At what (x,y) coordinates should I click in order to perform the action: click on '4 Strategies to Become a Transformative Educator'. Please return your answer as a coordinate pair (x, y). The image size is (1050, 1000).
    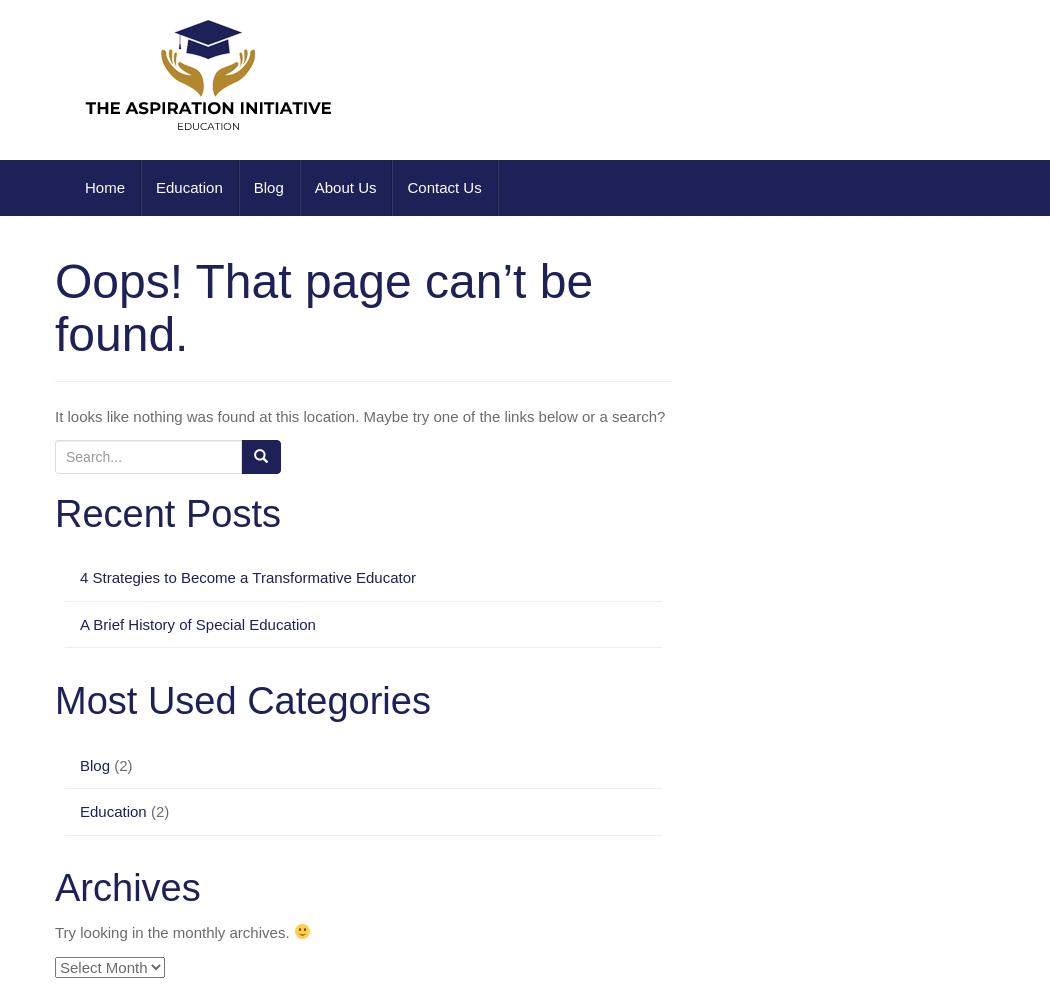
    Looking at the image, I should click on (248, 576).